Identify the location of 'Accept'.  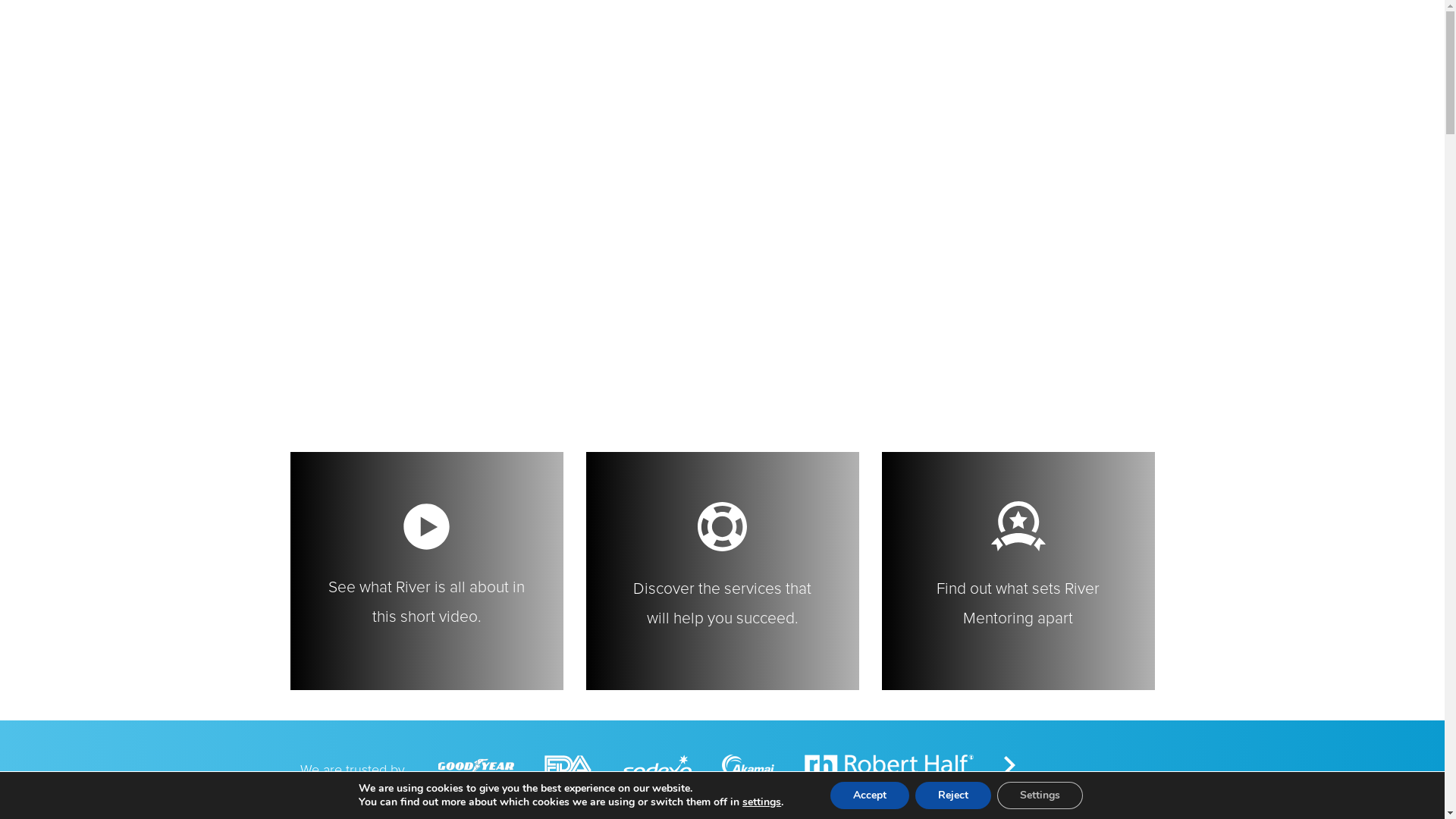
(870, 795).